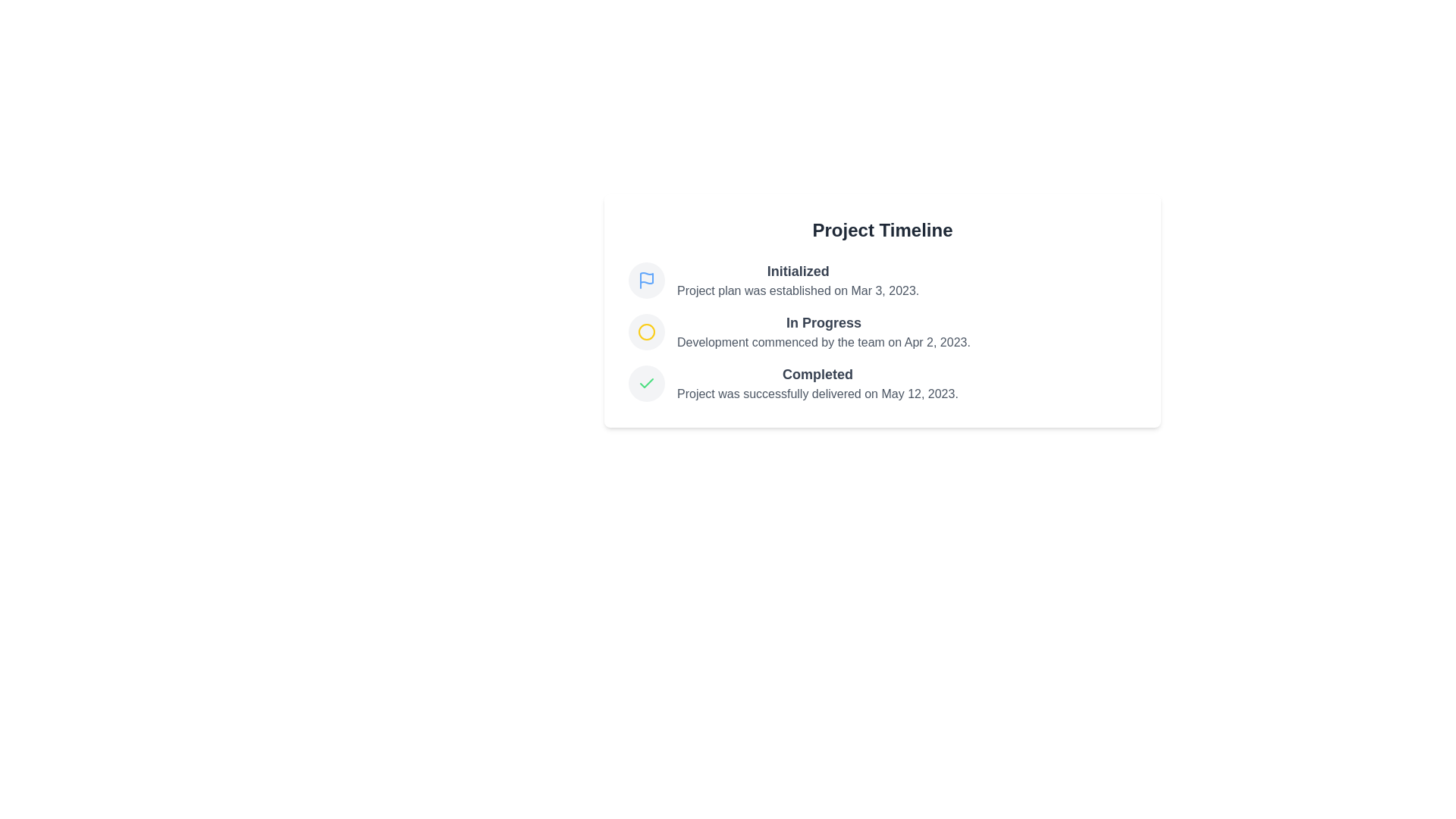 This screenshot has height=819, width=1456. I want to click on the small flag-shaped icon with a blue outline, located in the top-left corner of the 'Project Timeline' card, next to the text 'Initialized', so click(647, 281).